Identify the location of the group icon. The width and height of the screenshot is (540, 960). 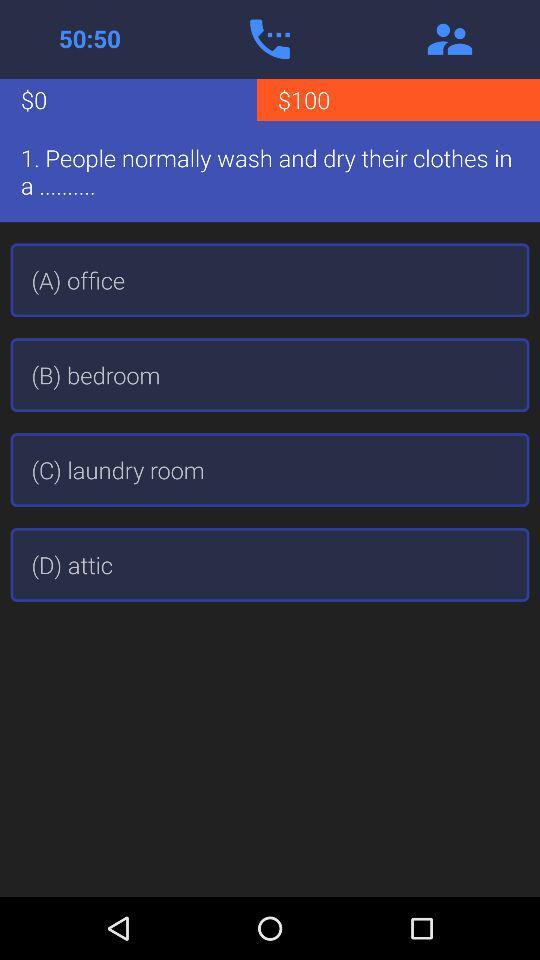
(449, 38).